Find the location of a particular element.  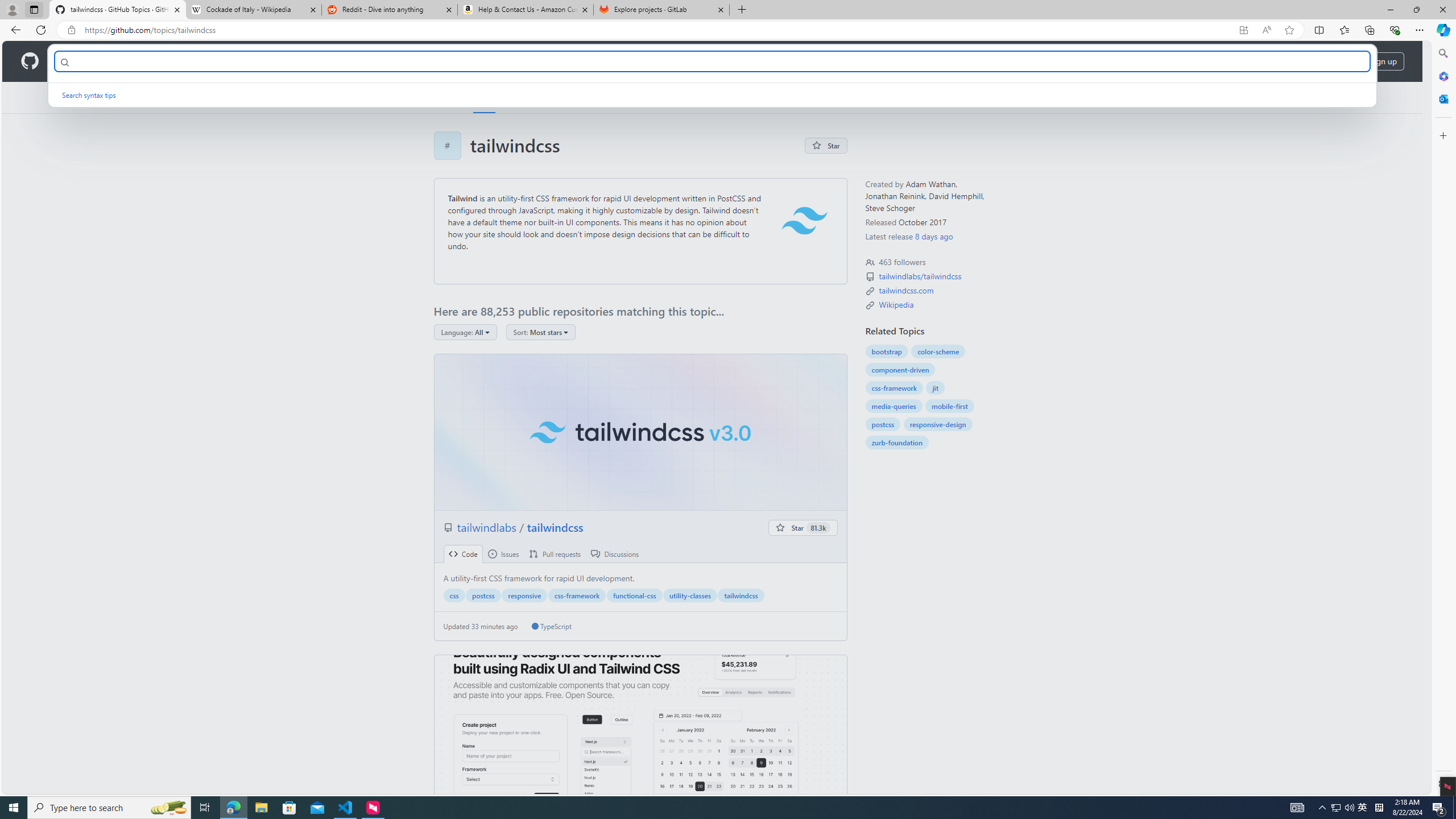

'tailwindlabs/tailwindcss' is located at coordinates (920, 276).